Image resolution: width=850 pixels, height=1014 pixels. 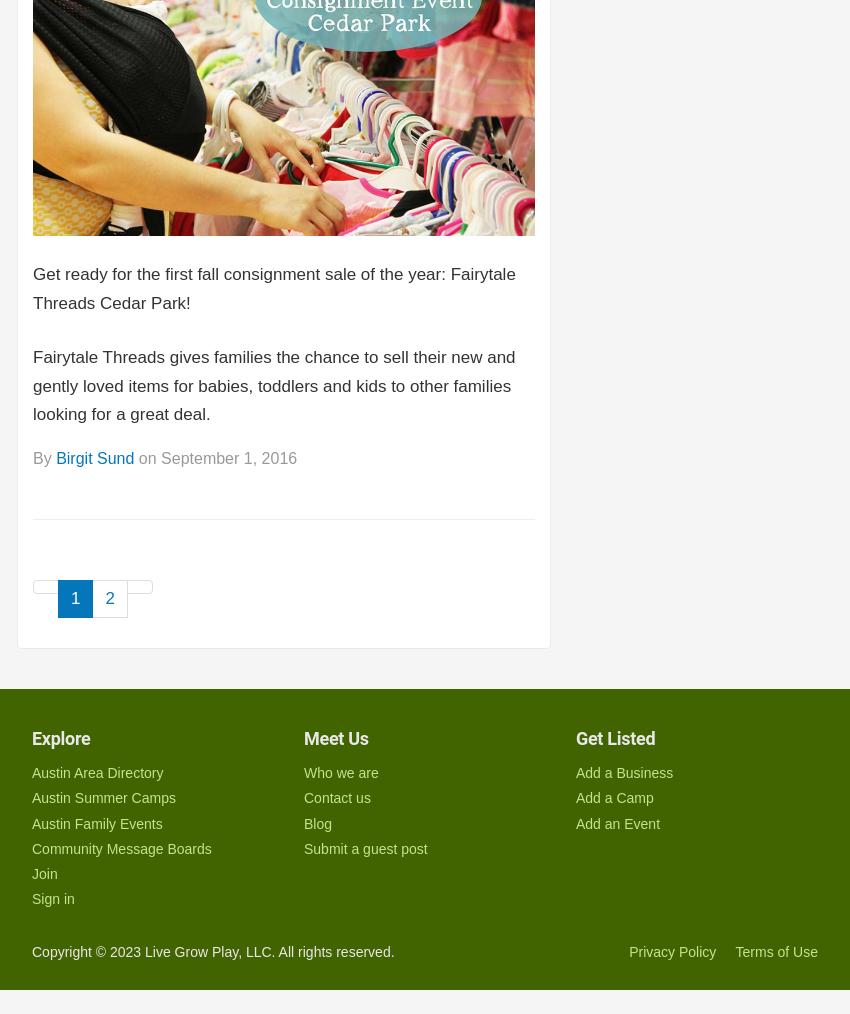 What do you see at coordinates (613, 798) in the screenshot?
I see `'Add a Camp'` at bounding box center [613, 798].